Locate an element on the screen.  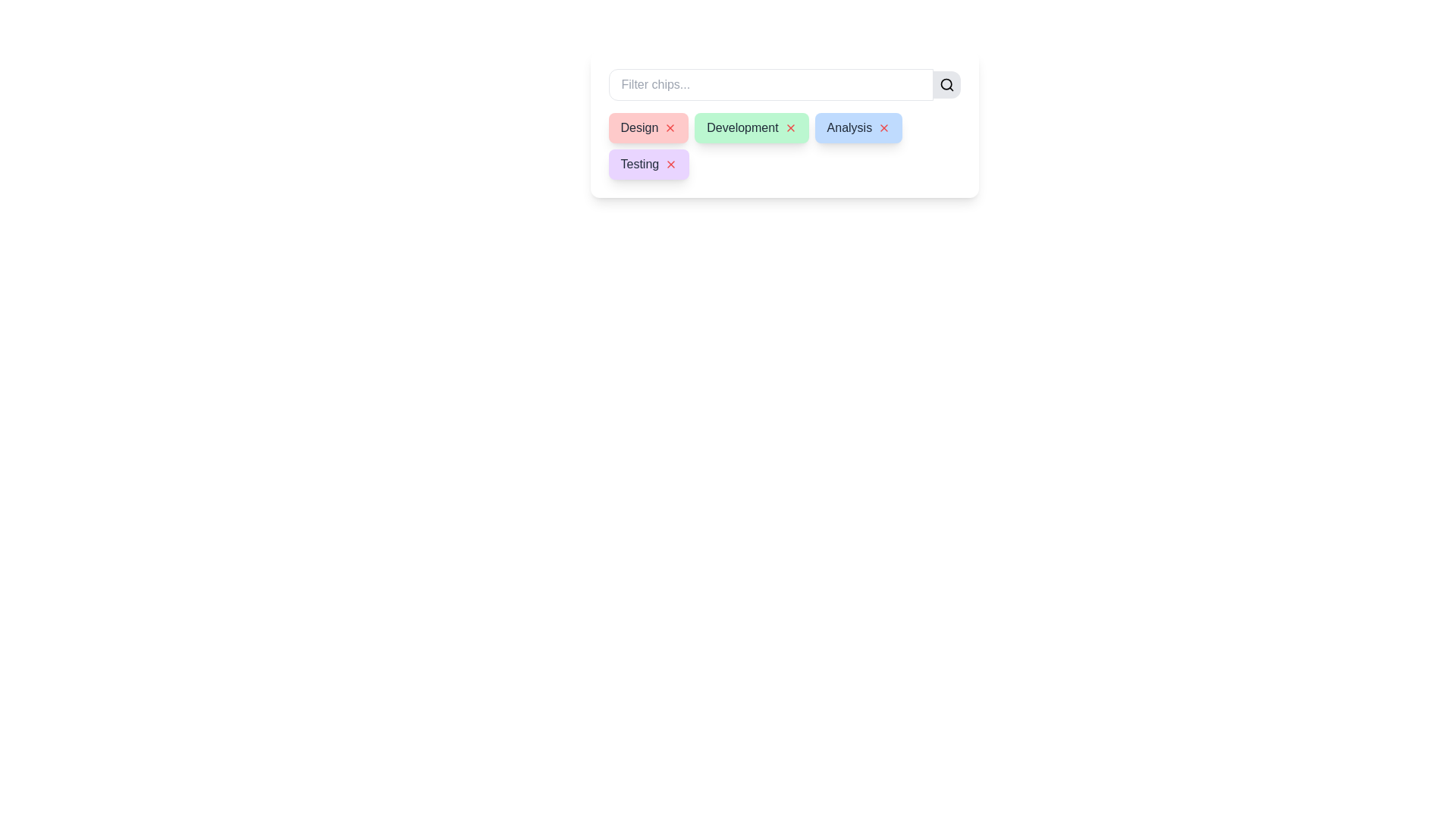
the chip labeled Development by clicking its close button is located at coordinates (789, 127).